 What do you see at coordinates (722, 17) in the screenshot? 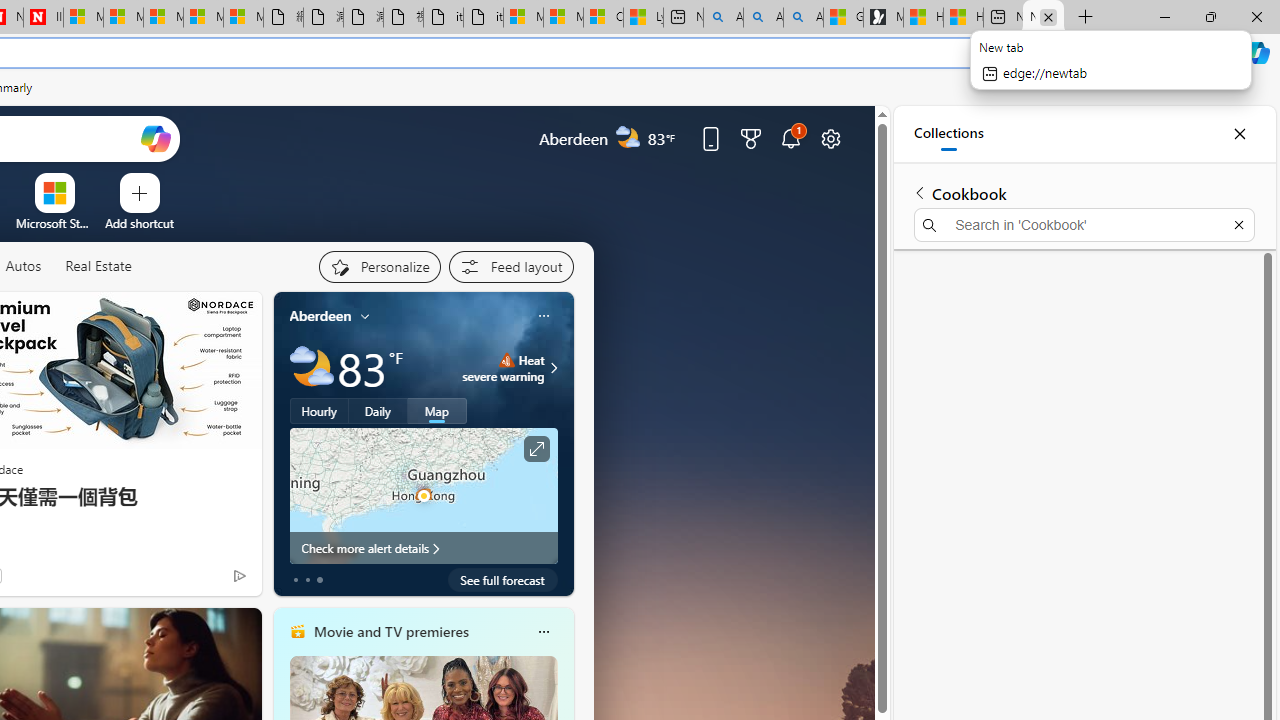
I see `'Alabama high school quarterback dies - Search'` at bounding box center [722, 17].